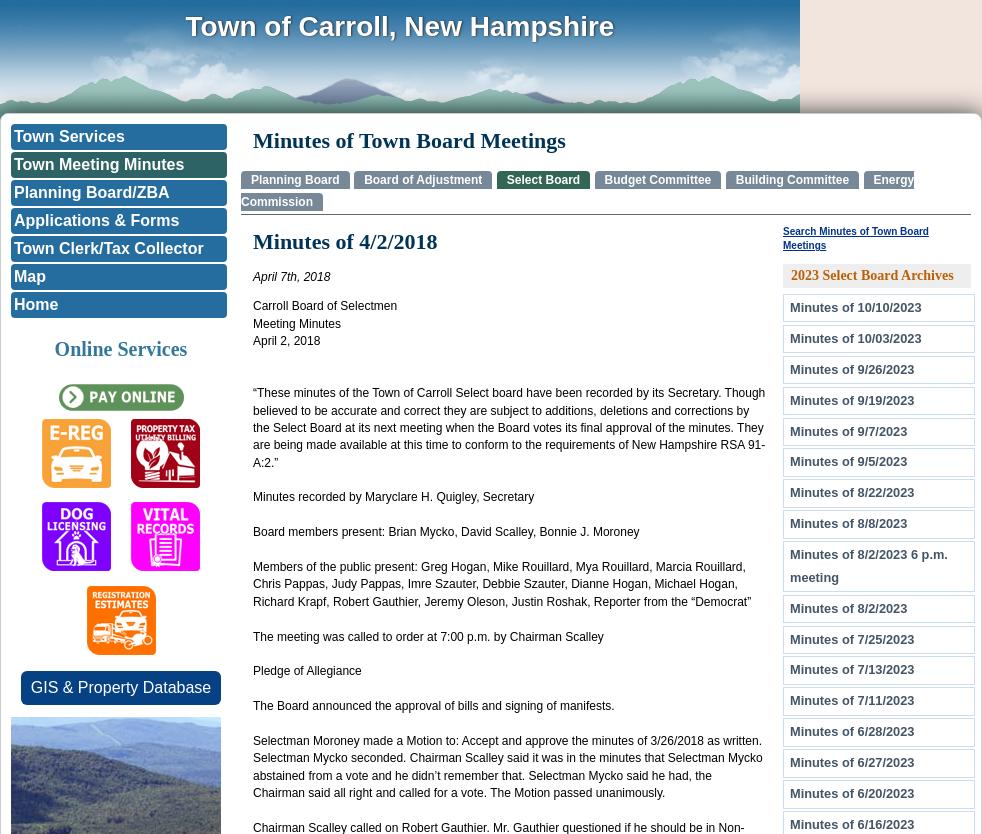  Describe the element at coordinates (872, 273) in the screenshot. I see `'2023 Select Board Archives'` at that location.